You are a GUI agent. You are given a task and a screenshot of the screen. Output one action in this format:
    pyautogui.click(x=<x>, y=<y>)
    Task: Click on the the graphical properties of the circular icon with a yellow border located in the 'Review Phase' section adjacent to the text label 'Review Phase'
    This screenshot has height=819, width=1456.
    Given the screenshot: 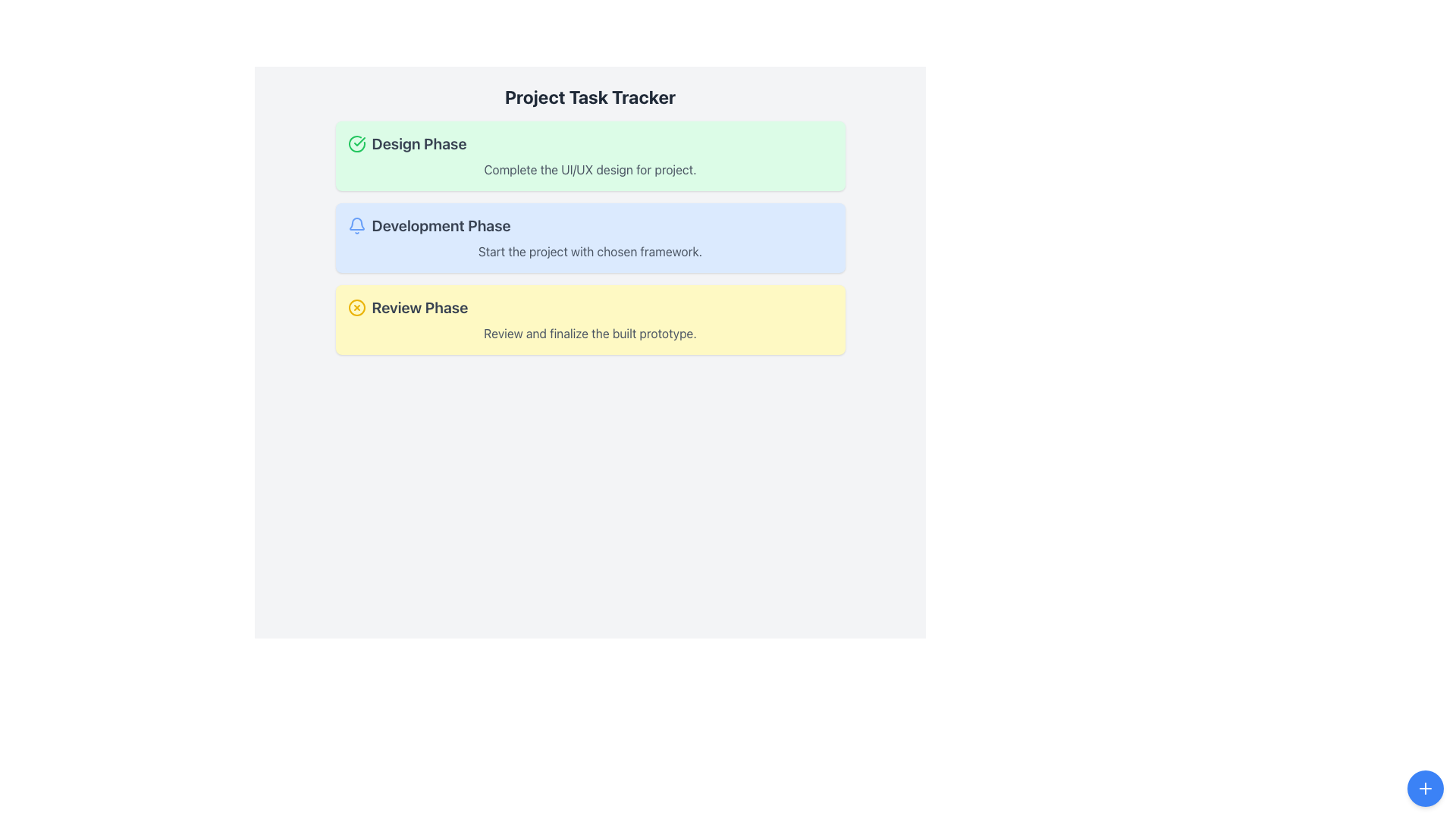 What is the action you would take?
    pyautogui.click(x=356, y=307)
    